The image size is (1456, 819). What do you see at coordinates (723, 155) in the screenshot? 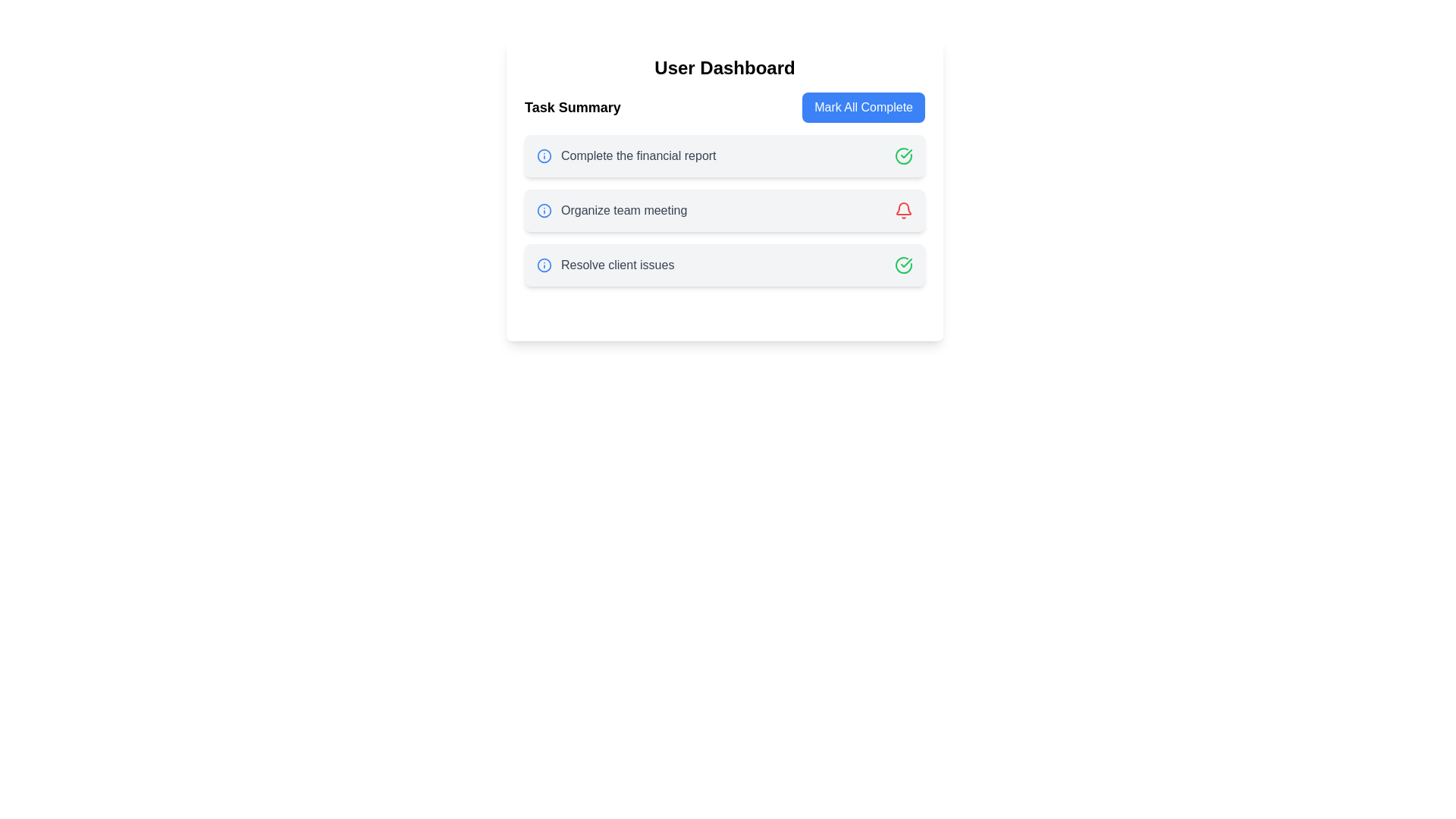
I see `the 'Complete the financial report' Task List Item` at bounding box center [723, 155].